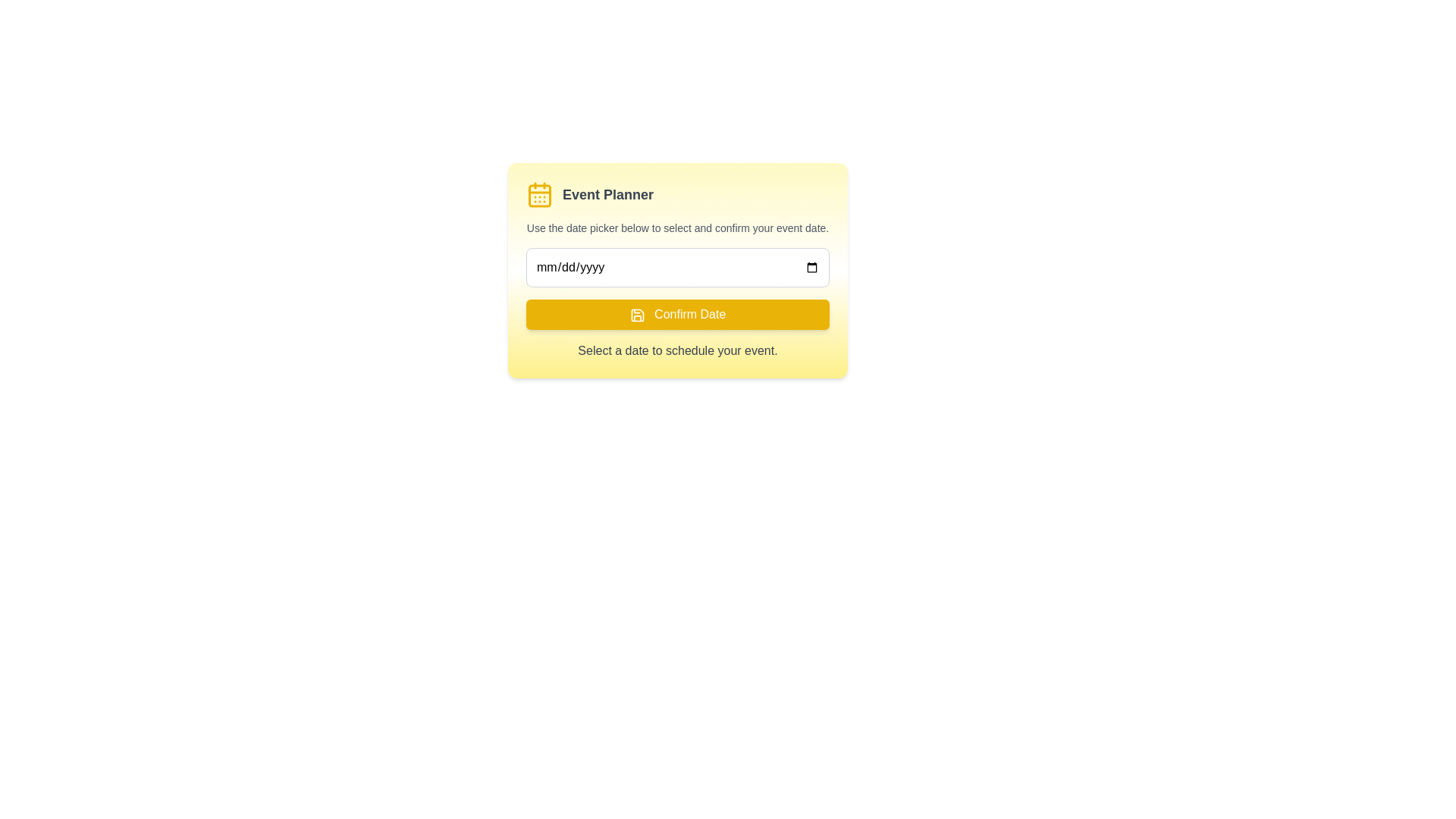 The height and width of the screenshot is (819, 1456). What do you see at coordinates (539, 194) in the screenshot?
I see `the yellow calendar icon with line art style, located to the left of the text 'Event Planner' in the header section of the card` at bounding box center [539, 194].